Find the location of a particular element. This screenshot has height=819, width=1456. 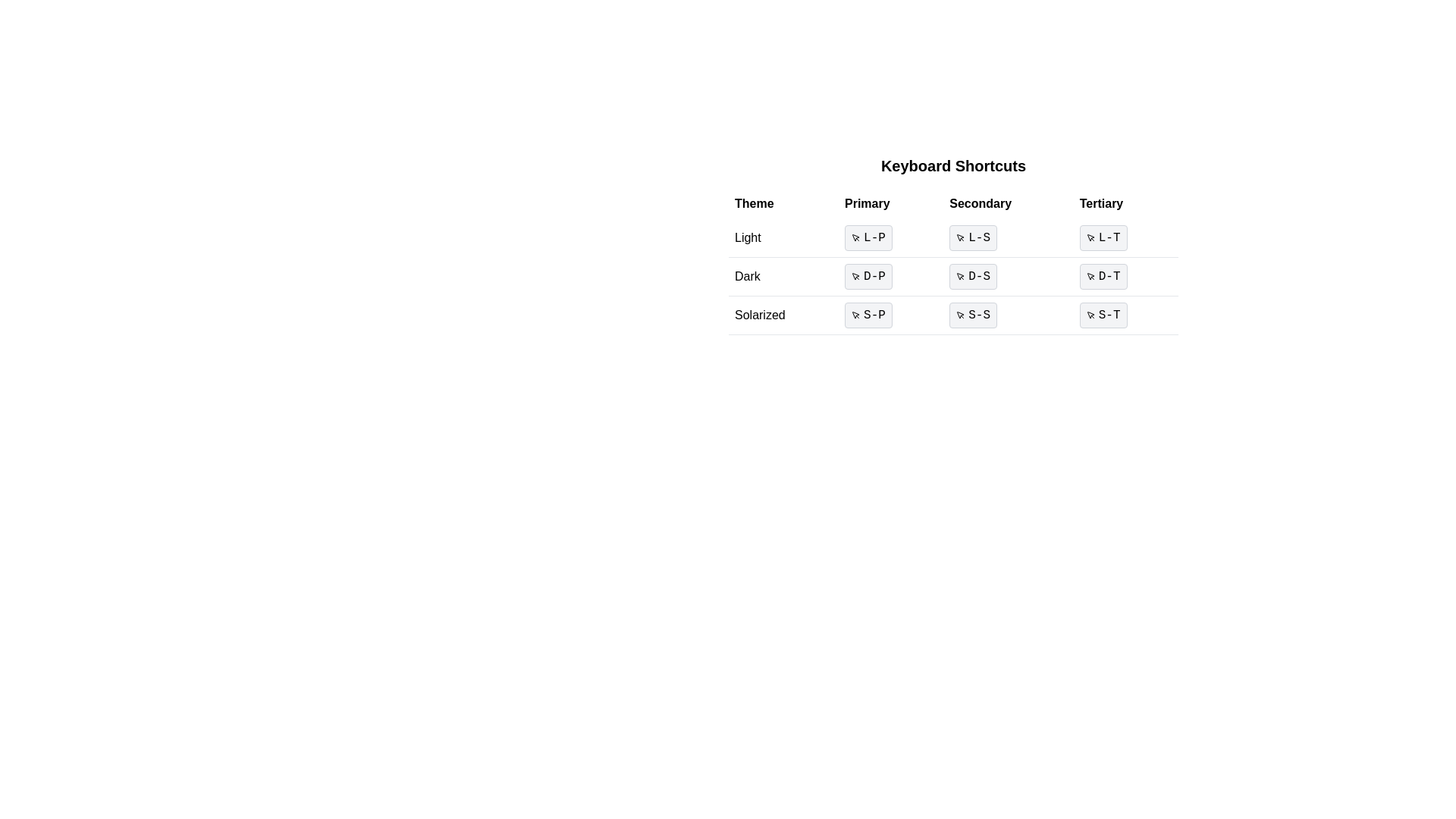

the SVG icon resembling a mouse pointer within the 'D-T' button located in the 'Tertiary' column of the 'Dark' row in the 'Keyboard Shortcuts' grid is located at coordinates (1090, 277).